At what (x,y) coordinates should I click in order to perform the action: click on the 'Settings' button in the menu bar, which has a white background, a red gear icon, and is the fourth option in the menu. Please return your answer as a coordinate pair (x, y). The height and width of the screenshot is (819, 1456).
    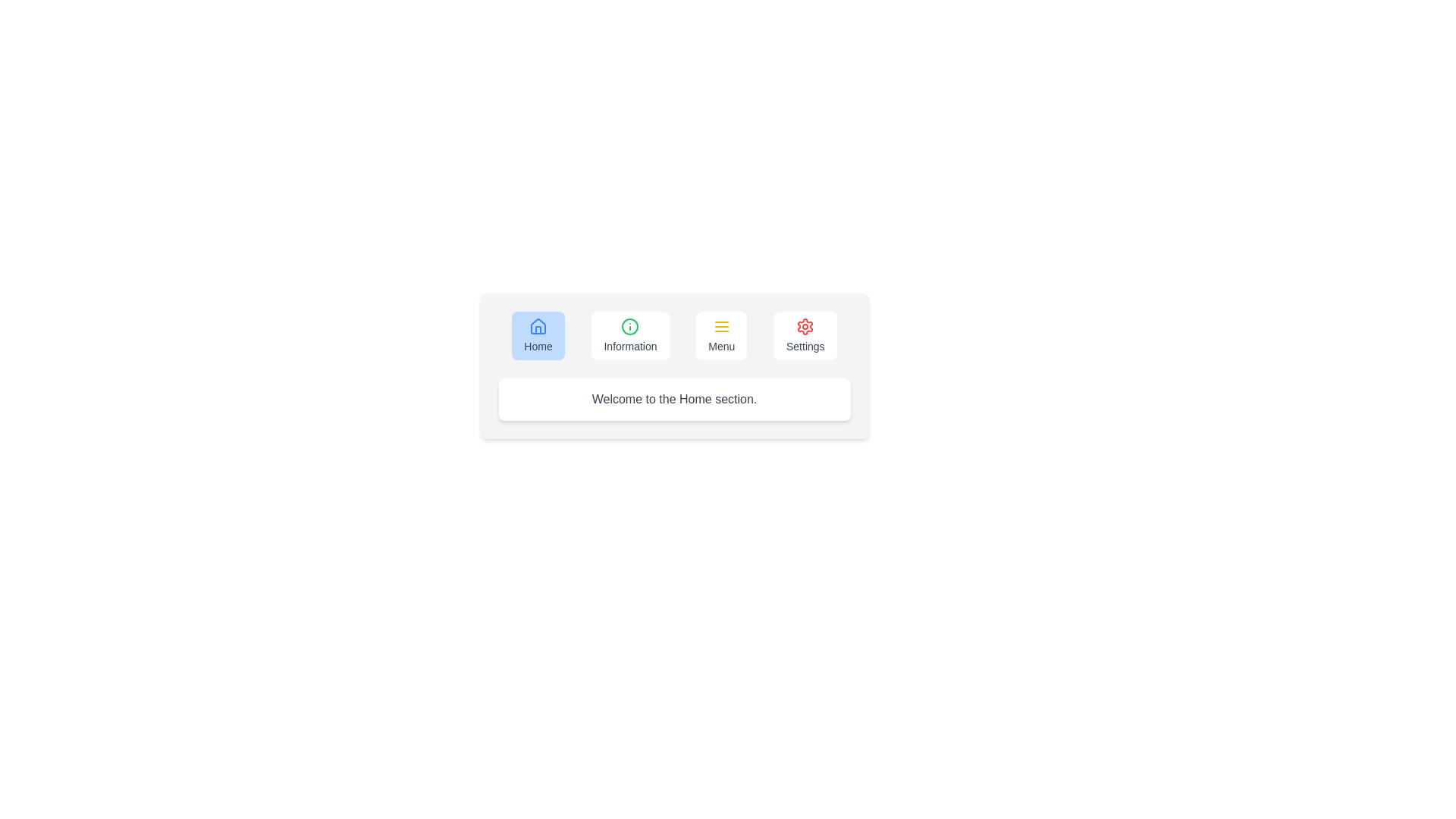
    Looking at the image, I should click on (805, 335).